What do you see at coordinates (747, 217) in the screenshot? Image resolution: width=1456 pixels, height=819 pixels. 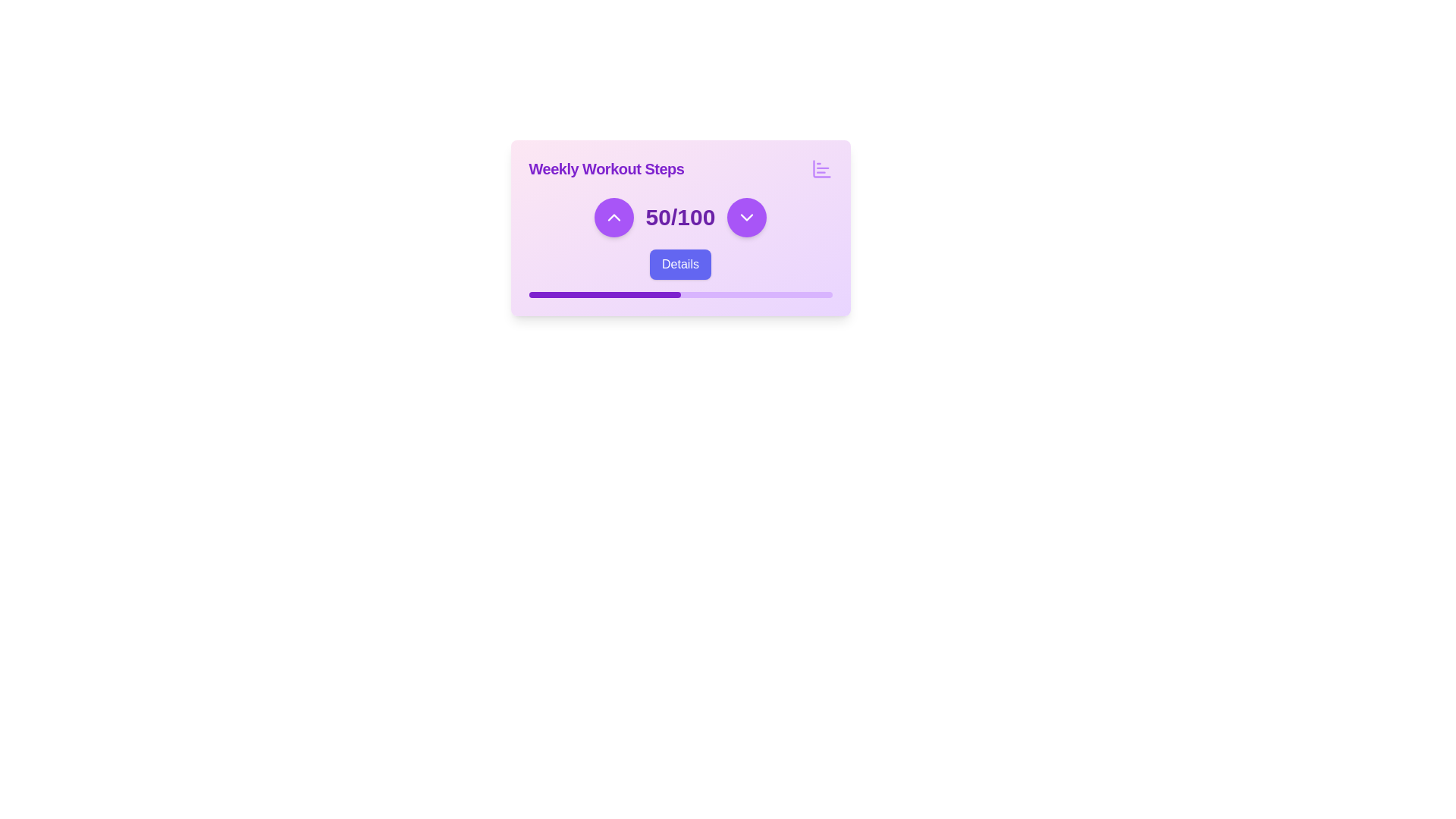 I see `the decrement button located to the right of the counter display '50/100' to observe any tooltip or visual effect` at bounding box center [747, 217].